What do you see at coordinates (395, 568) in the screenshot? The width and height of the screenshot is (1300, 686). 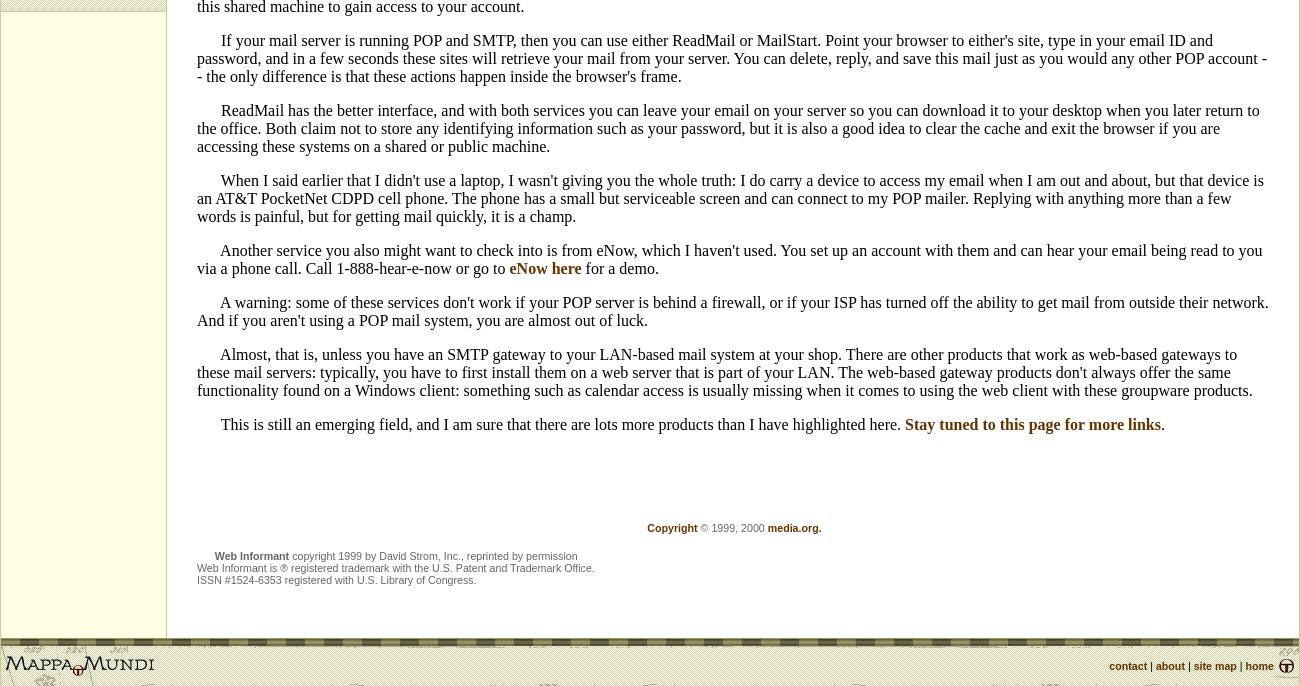 I see `'Web Informant is ® registered trademark with the U.S. Patent and Trademark Office.'` at bounding box center [395, 568].